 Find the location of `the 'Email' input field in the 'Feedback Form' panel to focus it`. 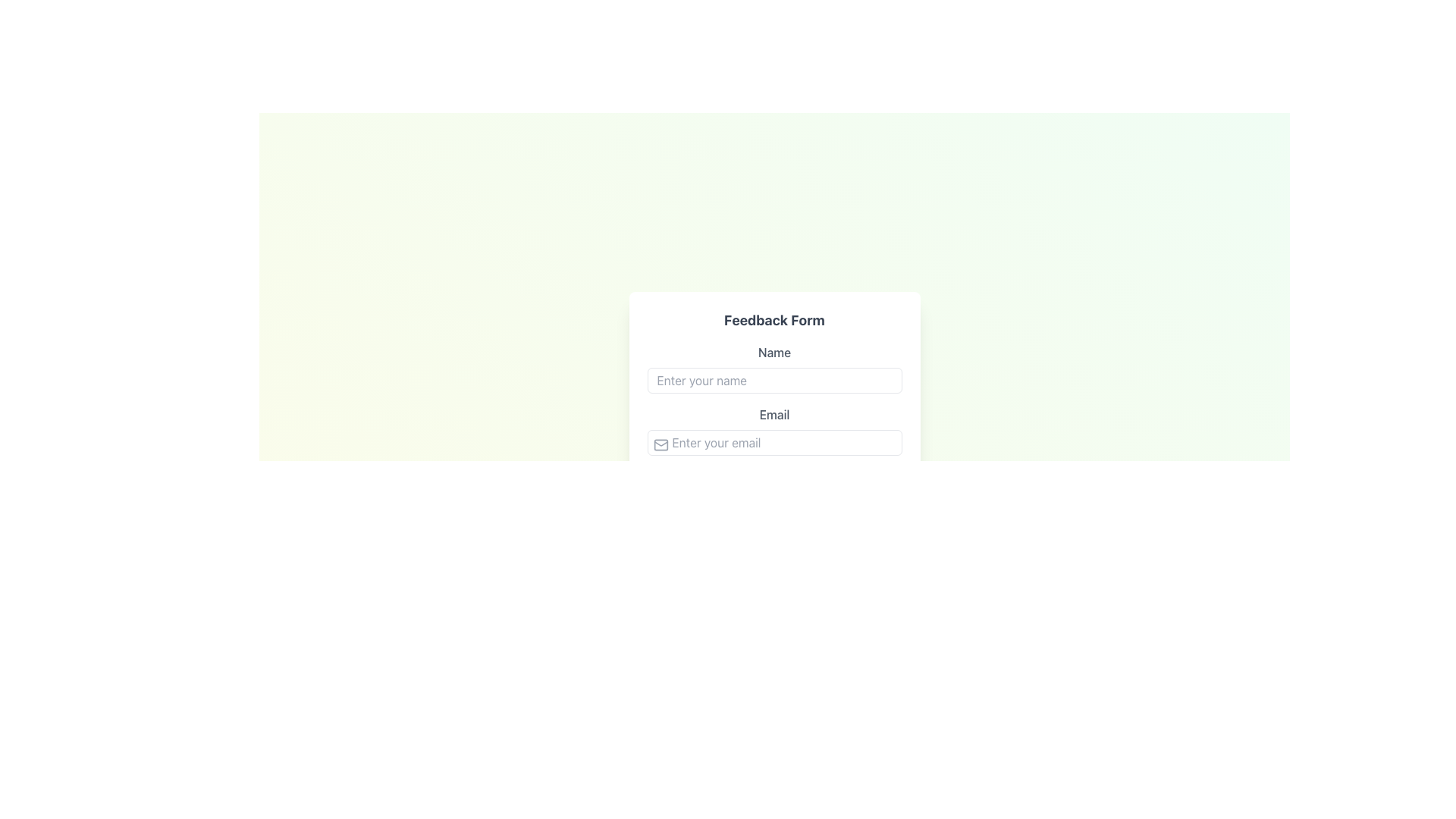

the 'Email' input field in the 'Feedback Form' panel to focus it is located at coordinates (774, 430).